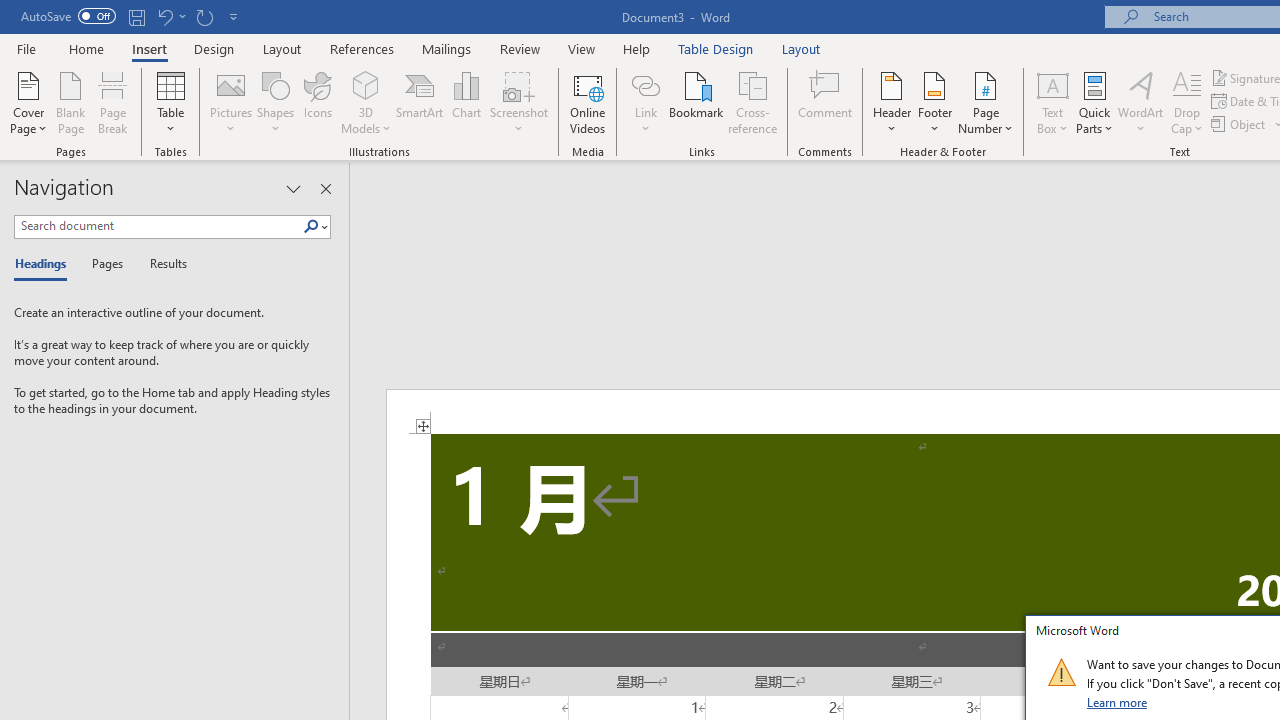  I want to click on 'Cover Page', so click(28, 103).